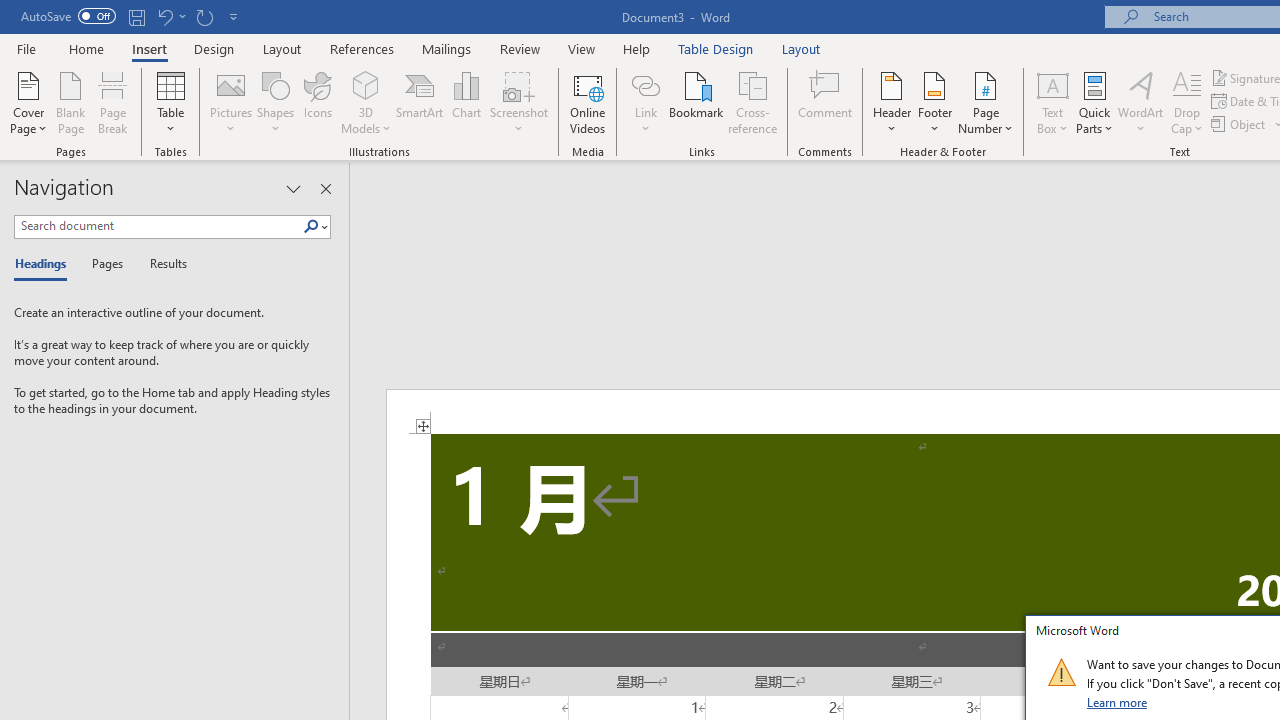  I want to click on 'Cover Page', so click(28, 103).